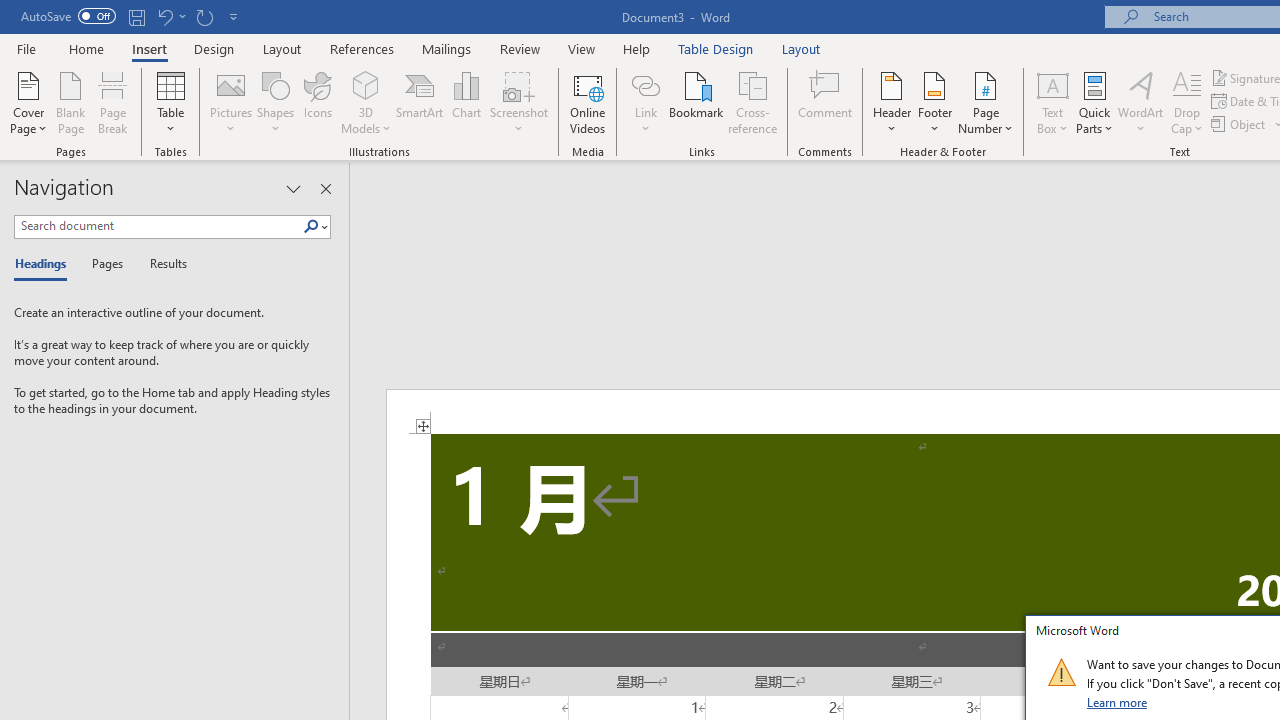  I want to click on 'Cover Page', so click(28, 103).